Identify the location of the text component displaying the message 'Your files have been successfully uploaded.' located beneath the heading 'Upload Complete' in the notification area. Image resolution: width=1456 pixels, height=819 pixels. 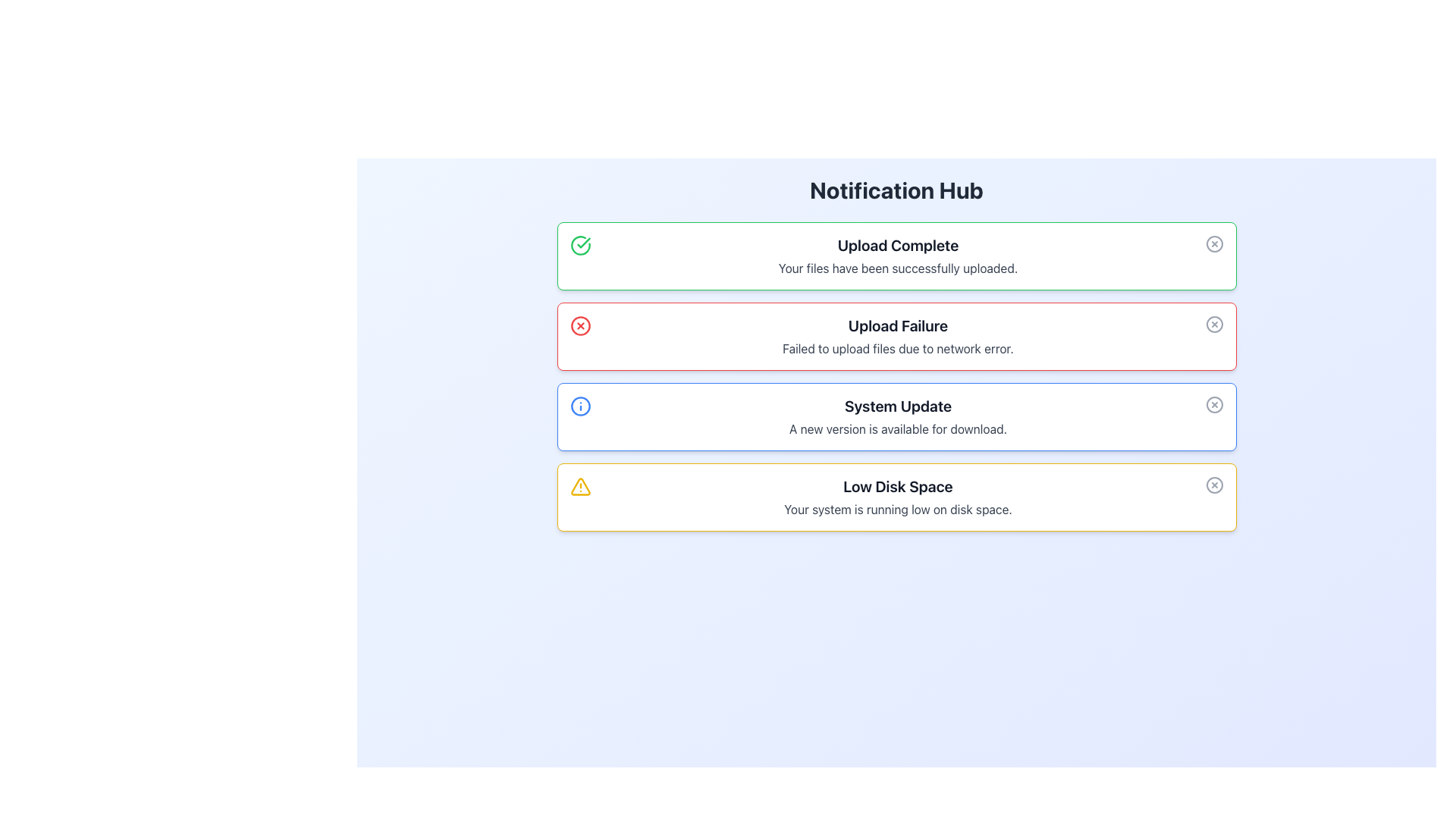
(898, 268).